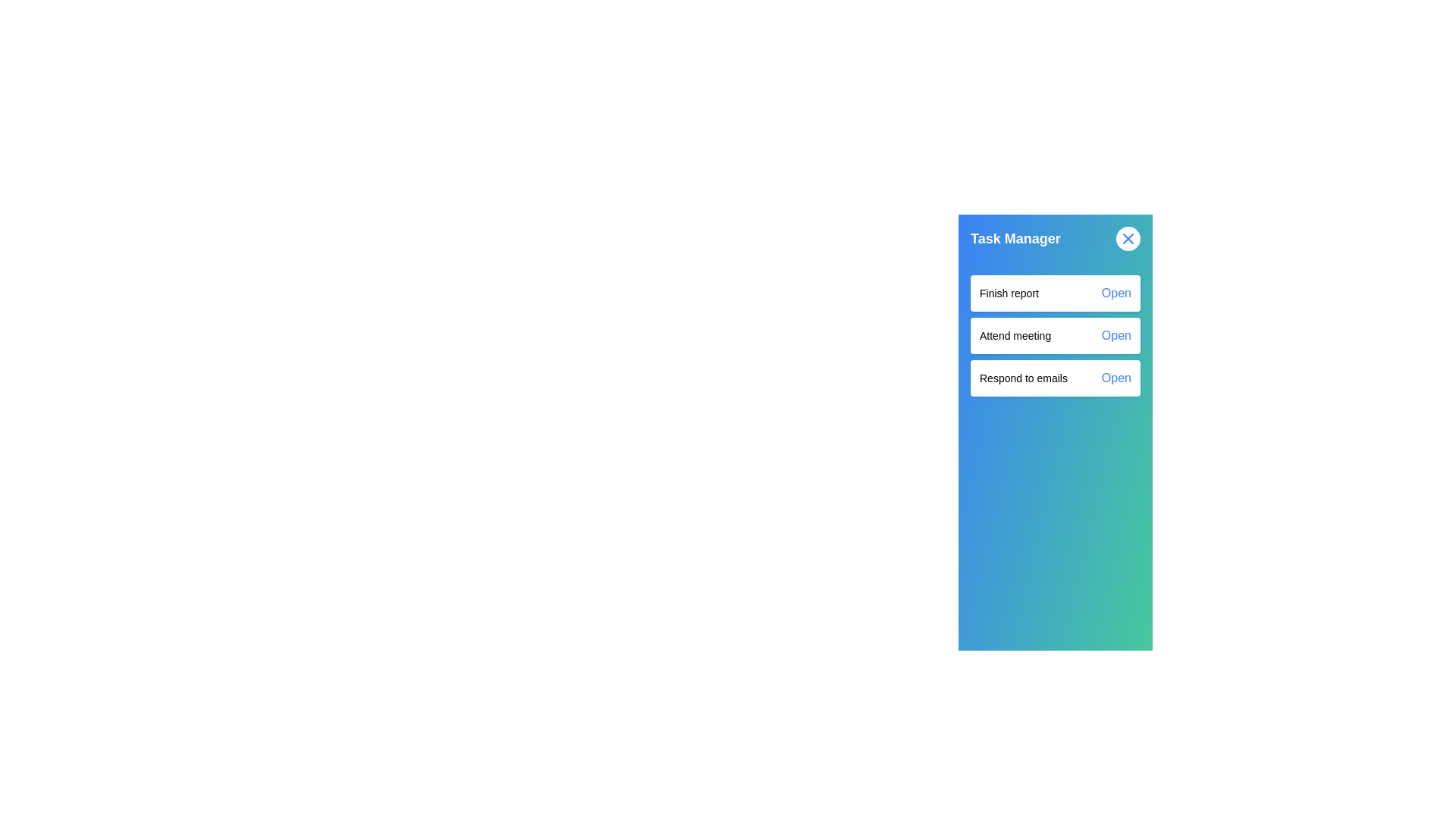 This screenshot has height=819, width=1456. I want to click on the first text label in the task list panel, which provides a descriptive name to the user, positioned to the left of the 'Open' button, so click(1009, 293).